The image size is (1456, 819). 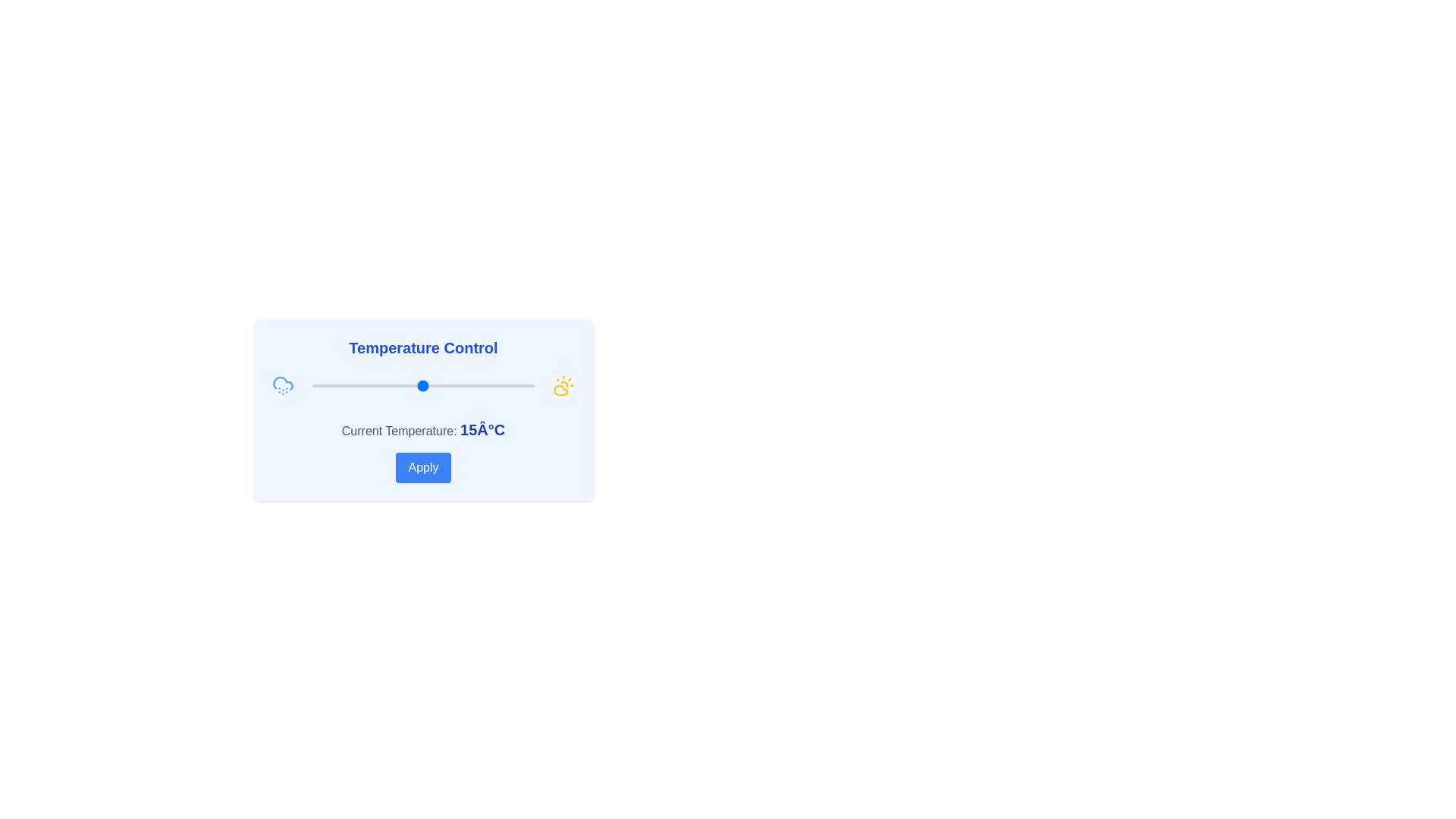 I want to click on the temperature to 7°C using the slider, so click(x=388, y=385).